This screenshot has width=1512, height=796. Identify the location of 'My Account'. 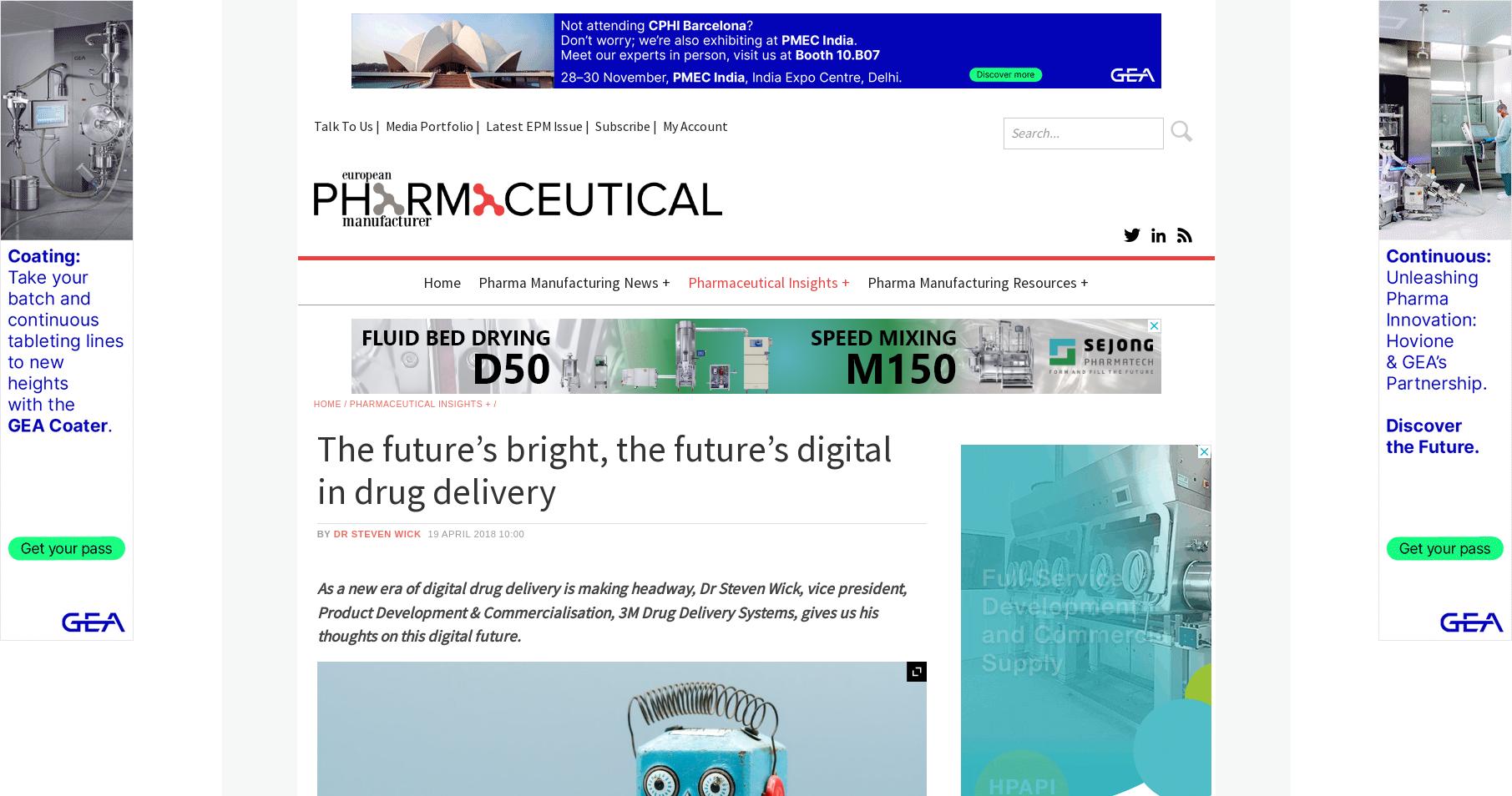
(694, 125).